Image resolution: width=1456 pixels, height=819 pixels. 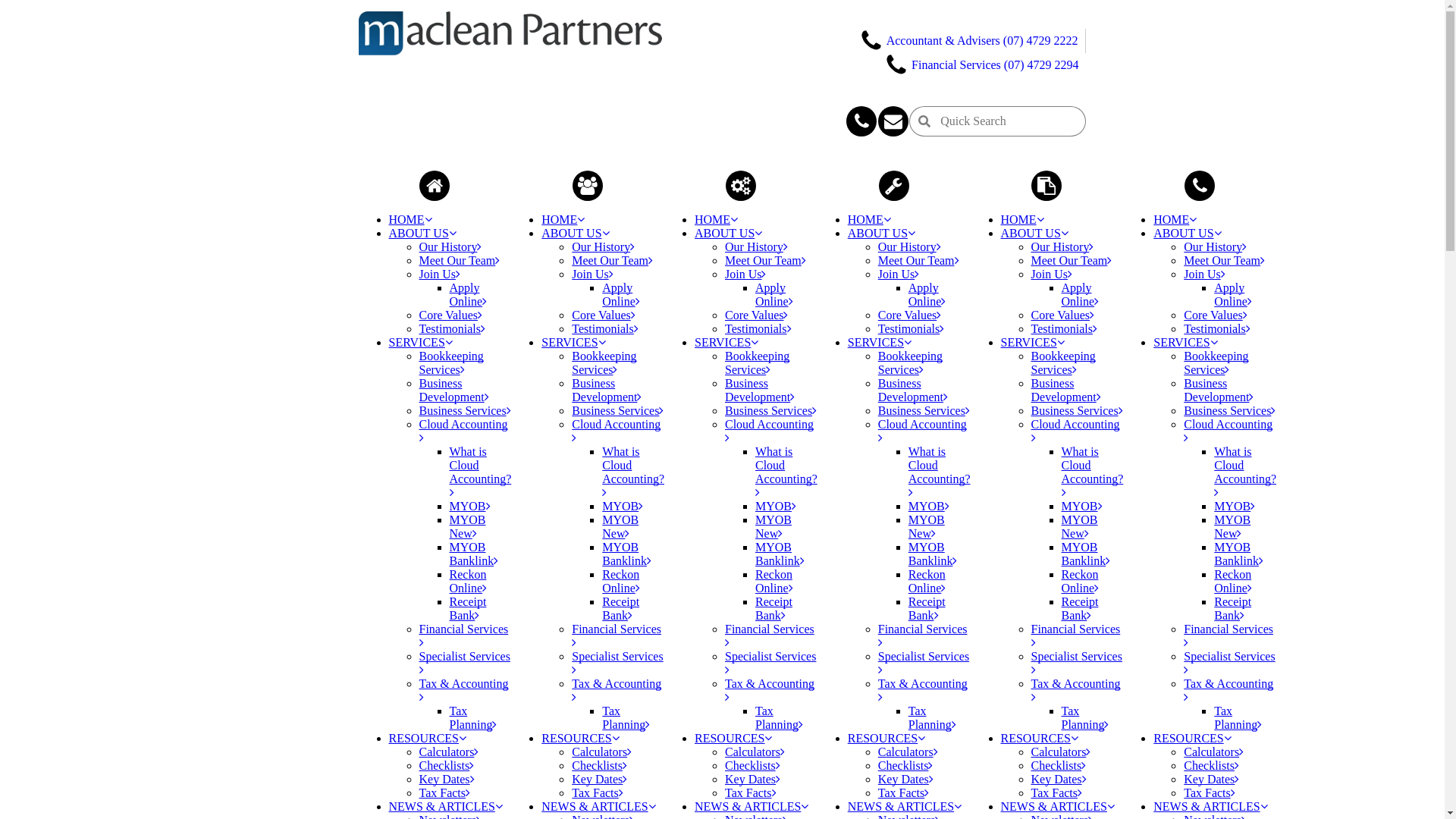 What do you see at coordinates (909, 314) in the screenshot?
I see `'Core Values'` at bounding box center [909, 314].